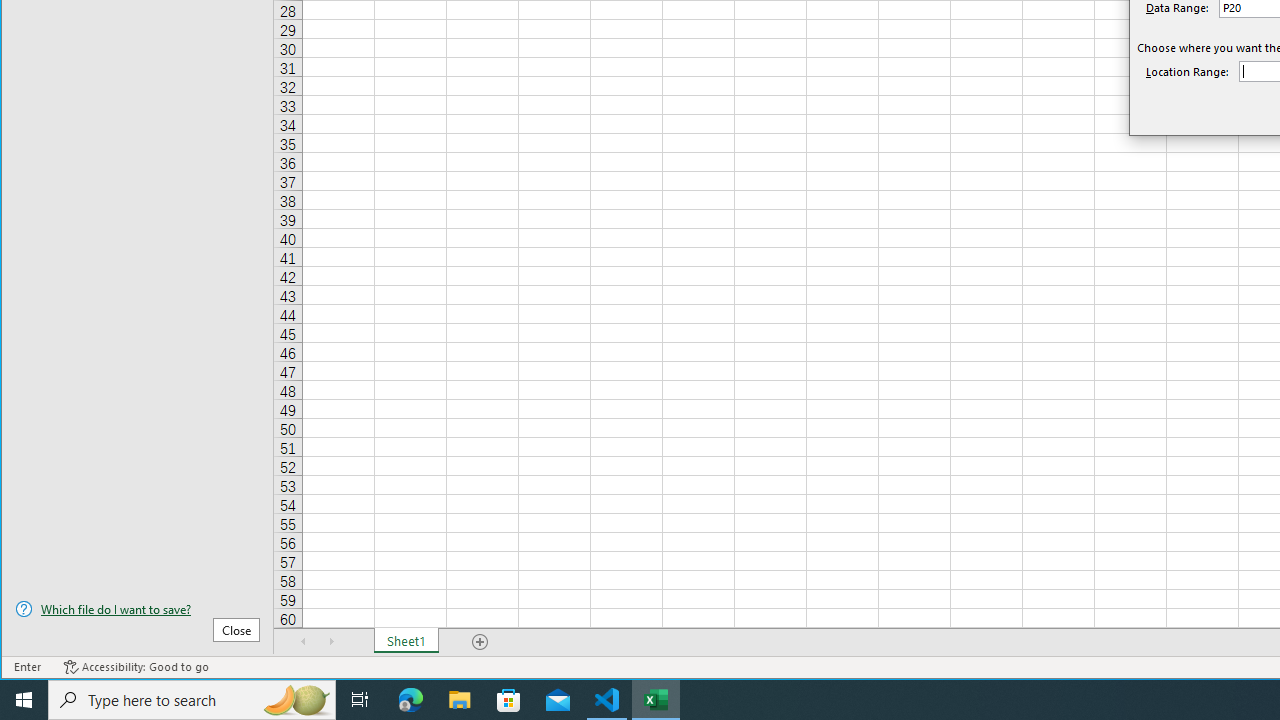 This screenshot has height=720, width=1280. I want to click on 'Microsoft Store', so click(509, 698).